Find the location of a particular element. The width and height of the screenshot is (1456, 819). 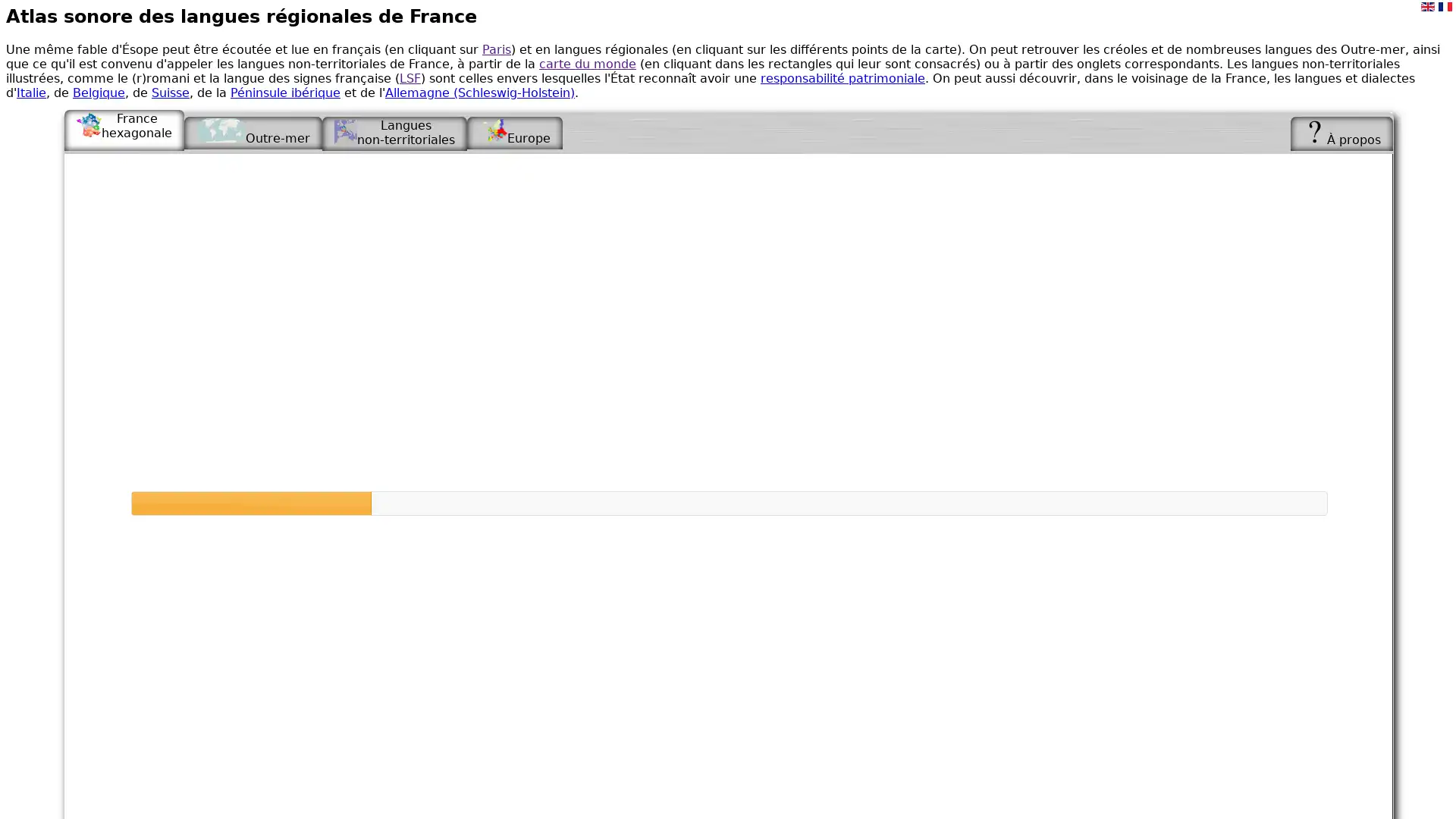

A propos is located at coordinates (1341, 132).